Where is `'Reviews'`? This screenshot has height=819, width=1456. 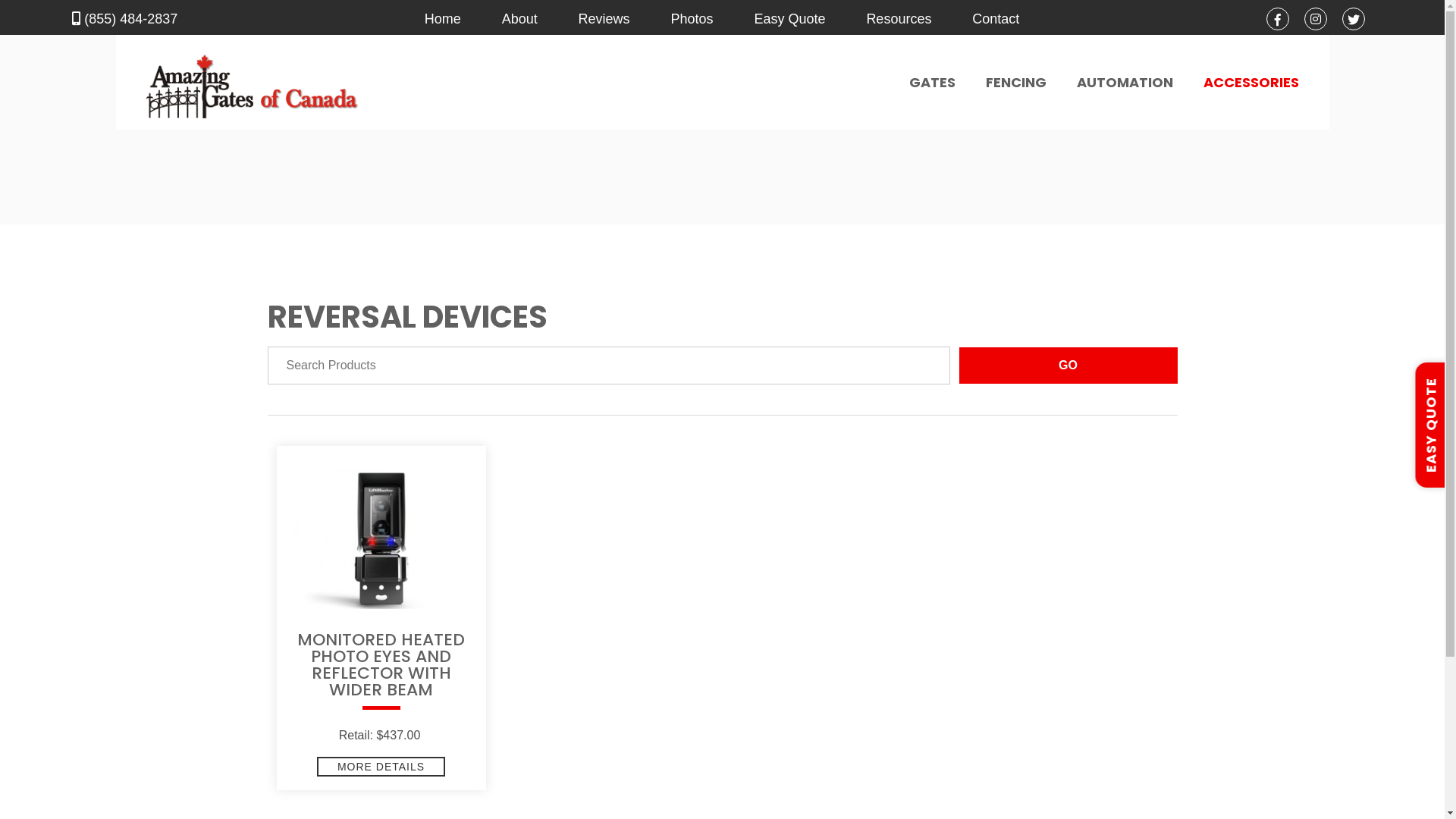
'Reviews' is located at coordinates (603, 18).